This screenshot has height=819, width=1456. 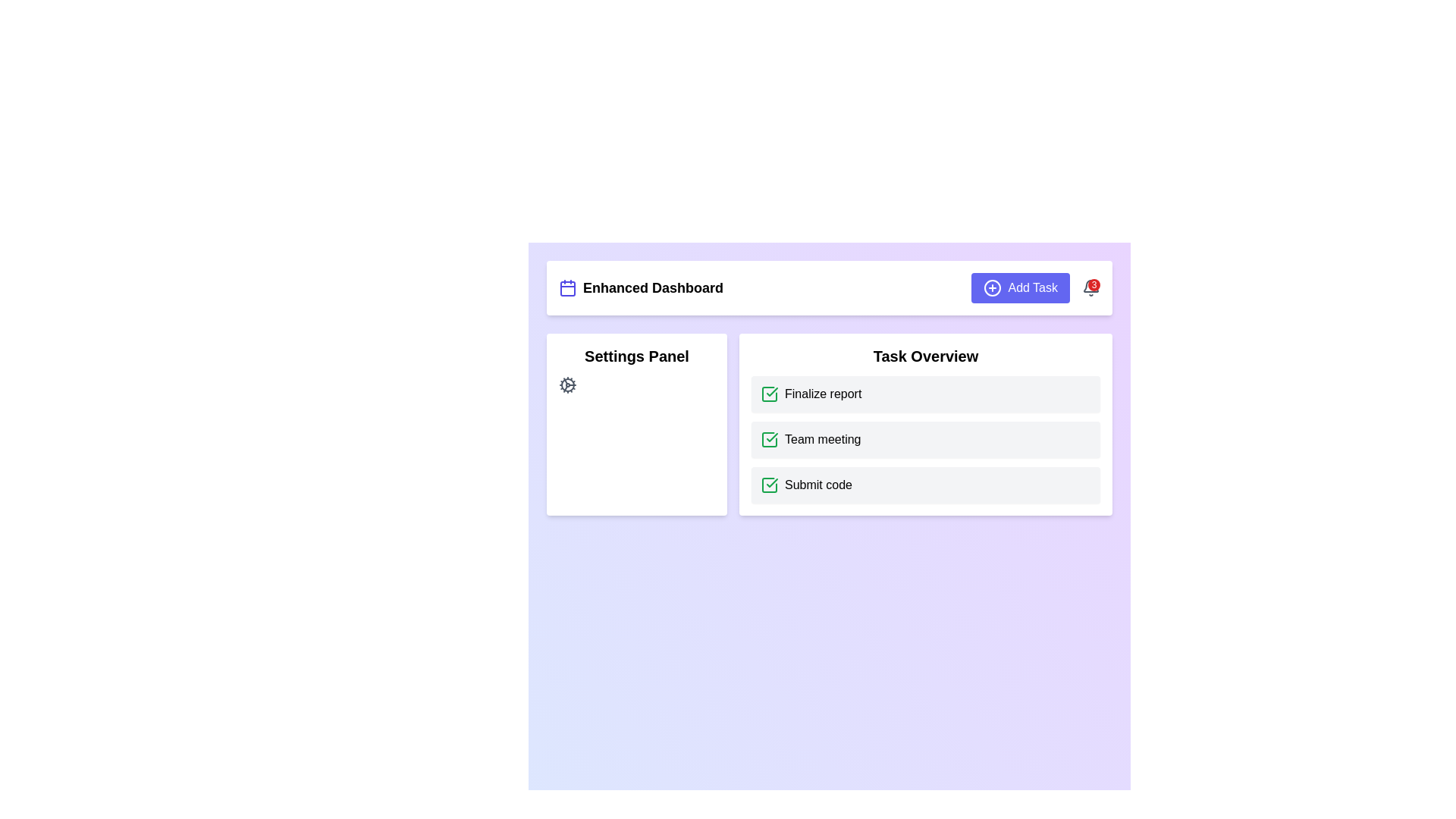 What do you see at coordinates (1021, 288) in the screenshot?
I see `the 'Add Task' button located in the top-right section of the layout to observe tooltips or styling changes` at bounding box center [1021, 288].